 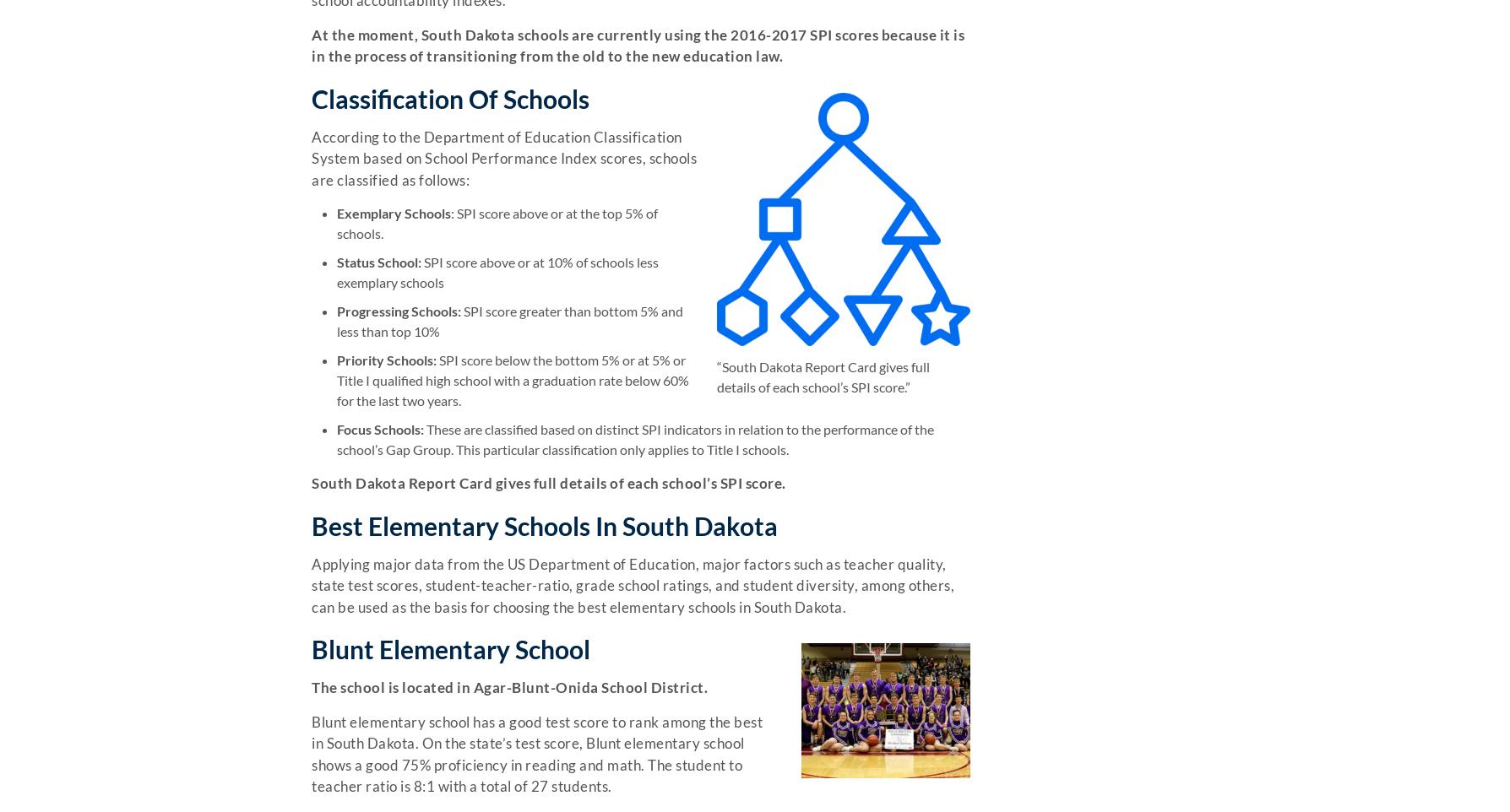 What do you see at coordinates (380, 428) in the screenshot?
I see `'Focus Schools:'` at bounding box center [380, 428].